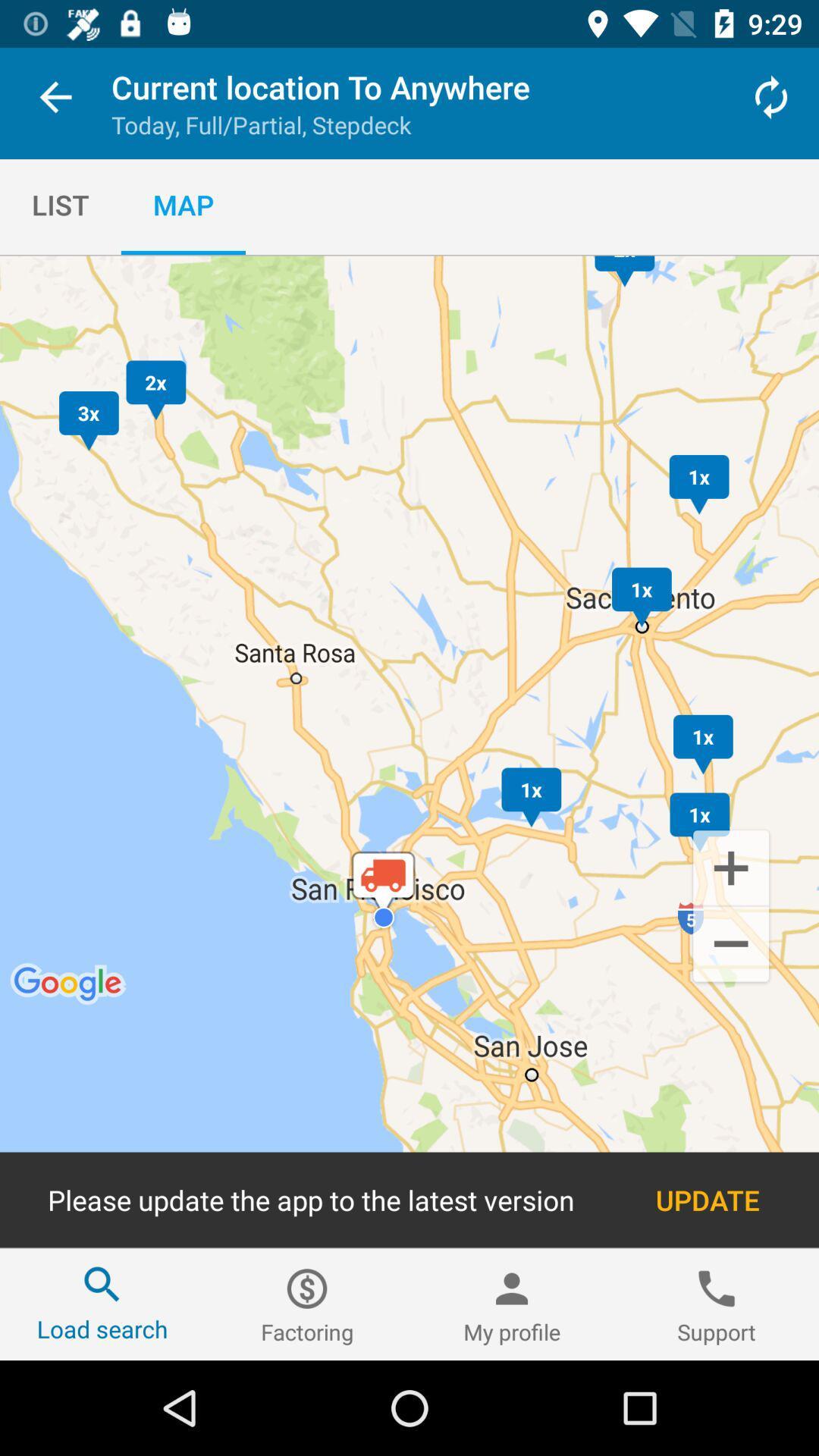  I want to click on the add icon, so click(730, 866).